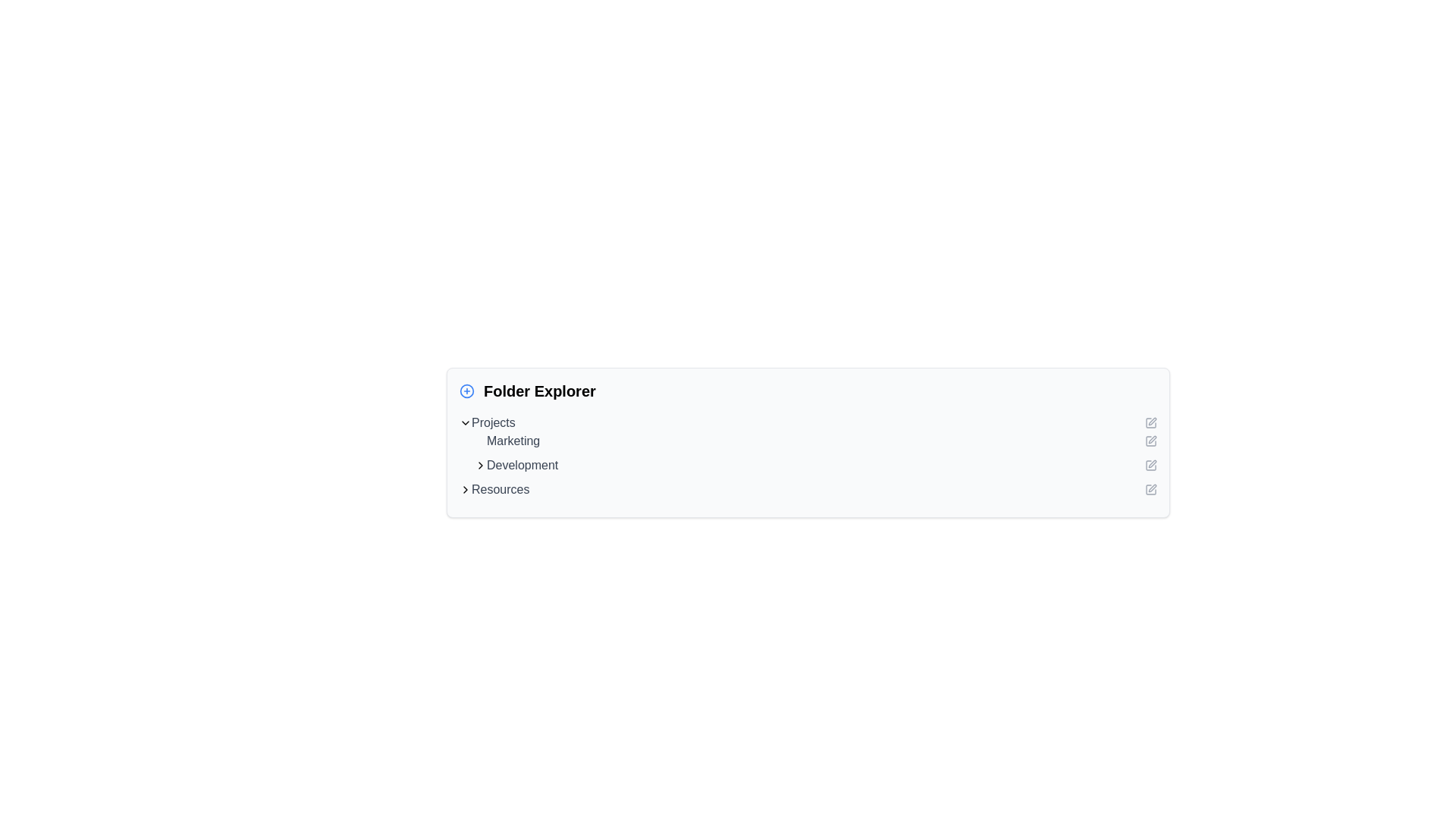 The height and width of the screenshot is (819, 1456). Describe the element at coordinates (1150, 489) in the screenshot. I see `the edit icon located at the end of the 'Resources' row to initiate the edit action` at that location.